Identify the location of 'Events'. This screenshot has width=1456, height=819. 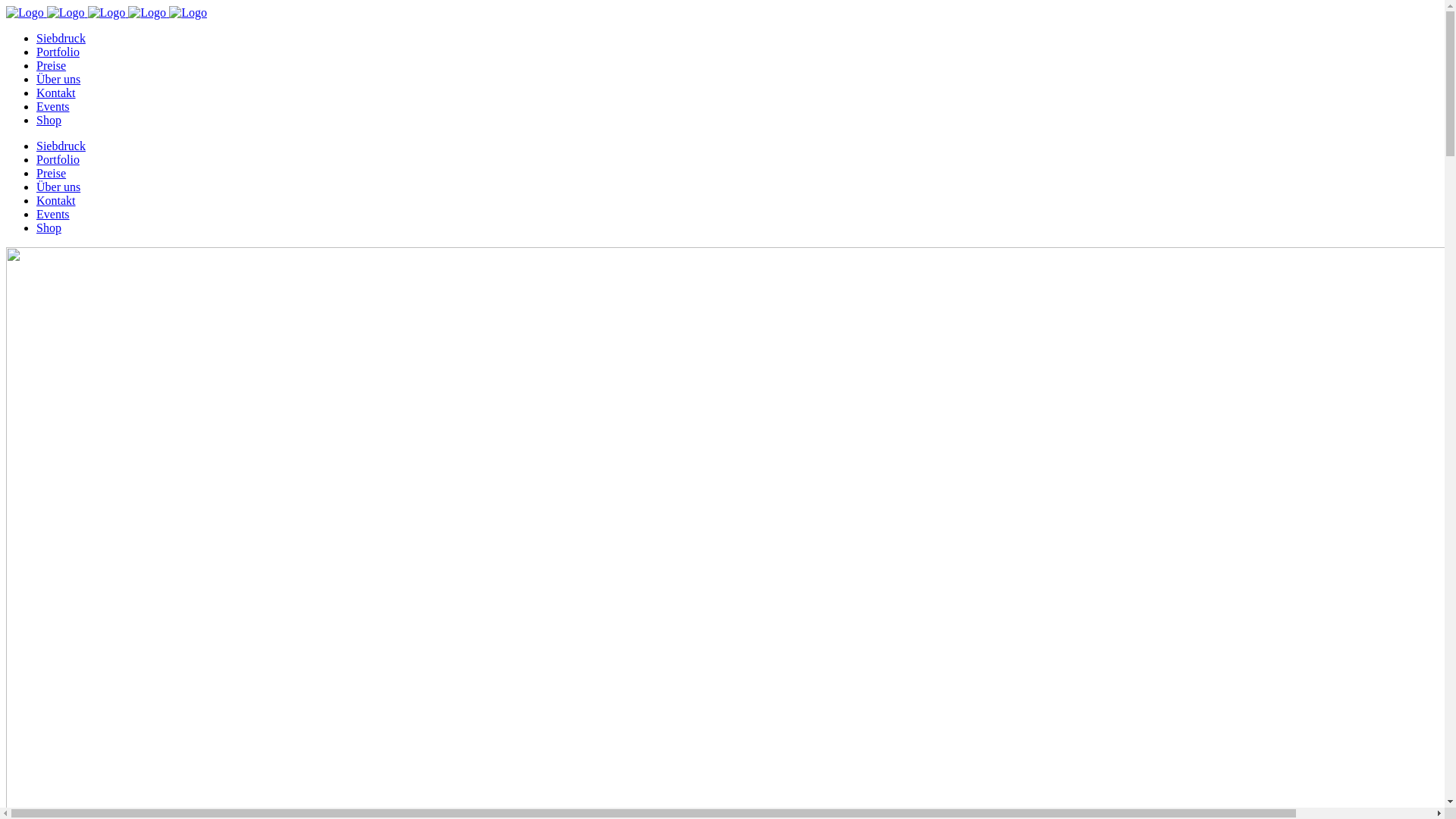
(36, 105).